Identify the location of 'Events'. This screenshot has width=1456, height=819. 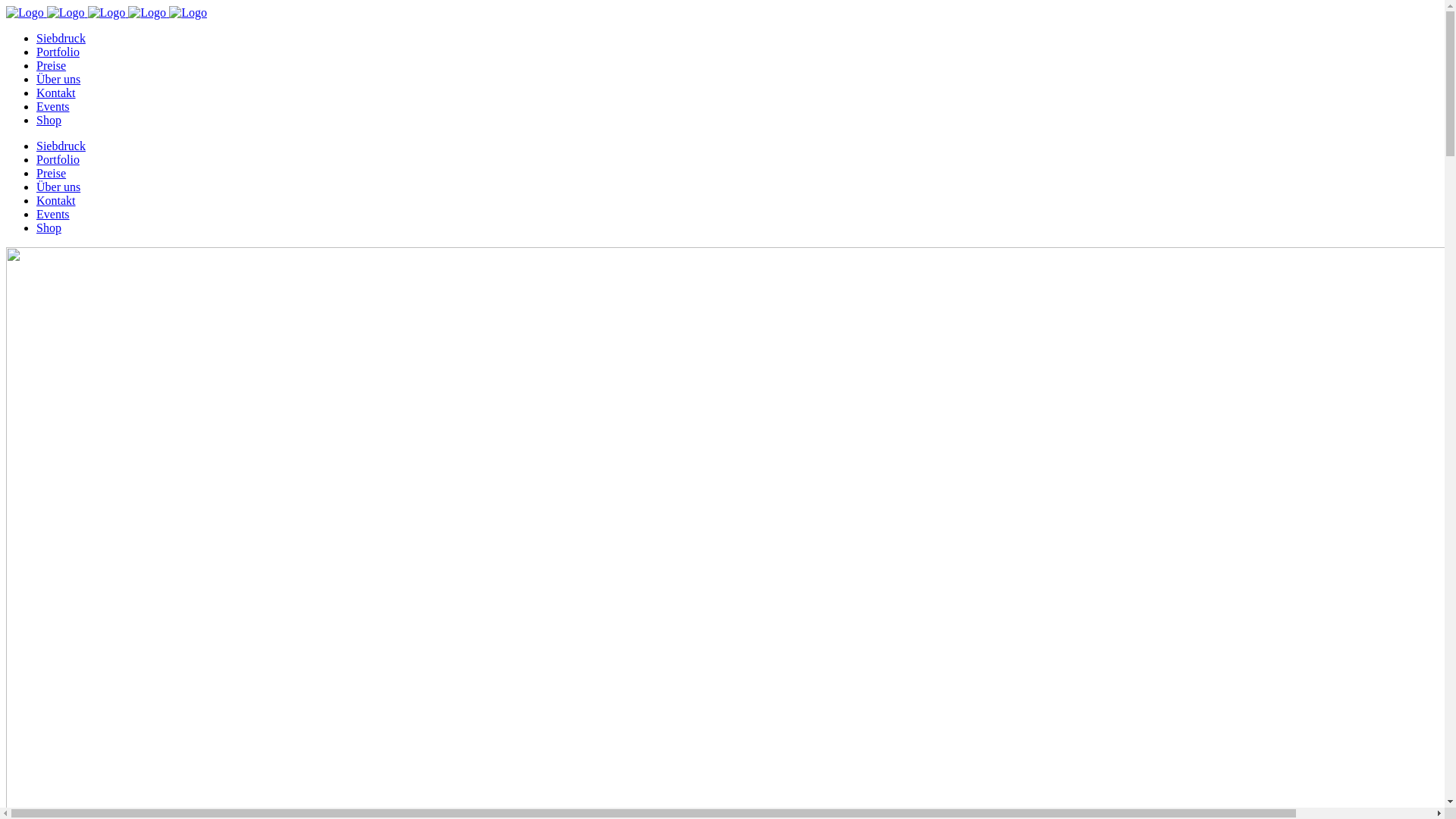
(36, 105).